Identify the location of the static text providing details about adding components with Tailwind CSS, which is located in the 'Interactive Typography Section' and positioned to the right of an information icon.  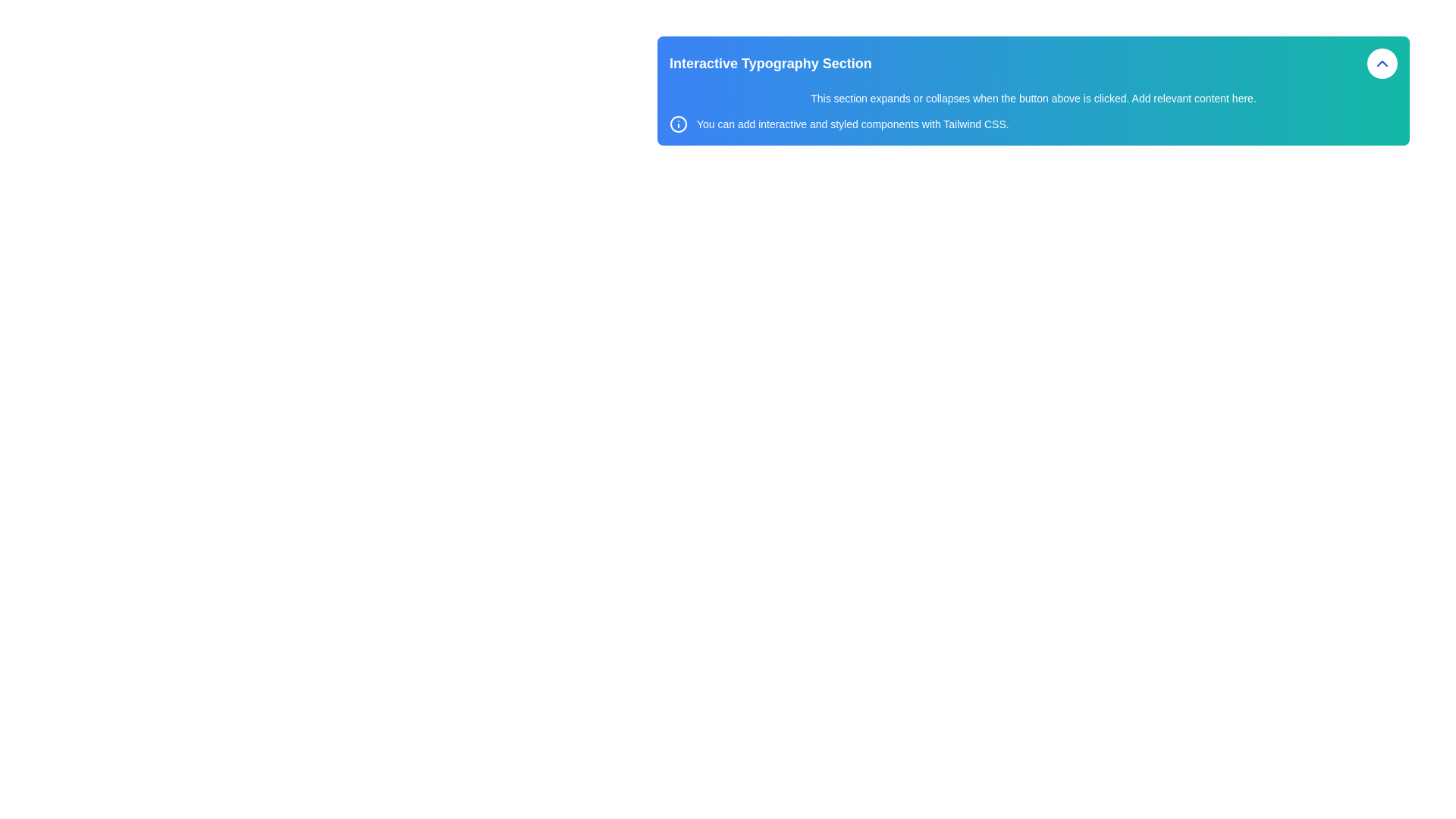
(852, 124).